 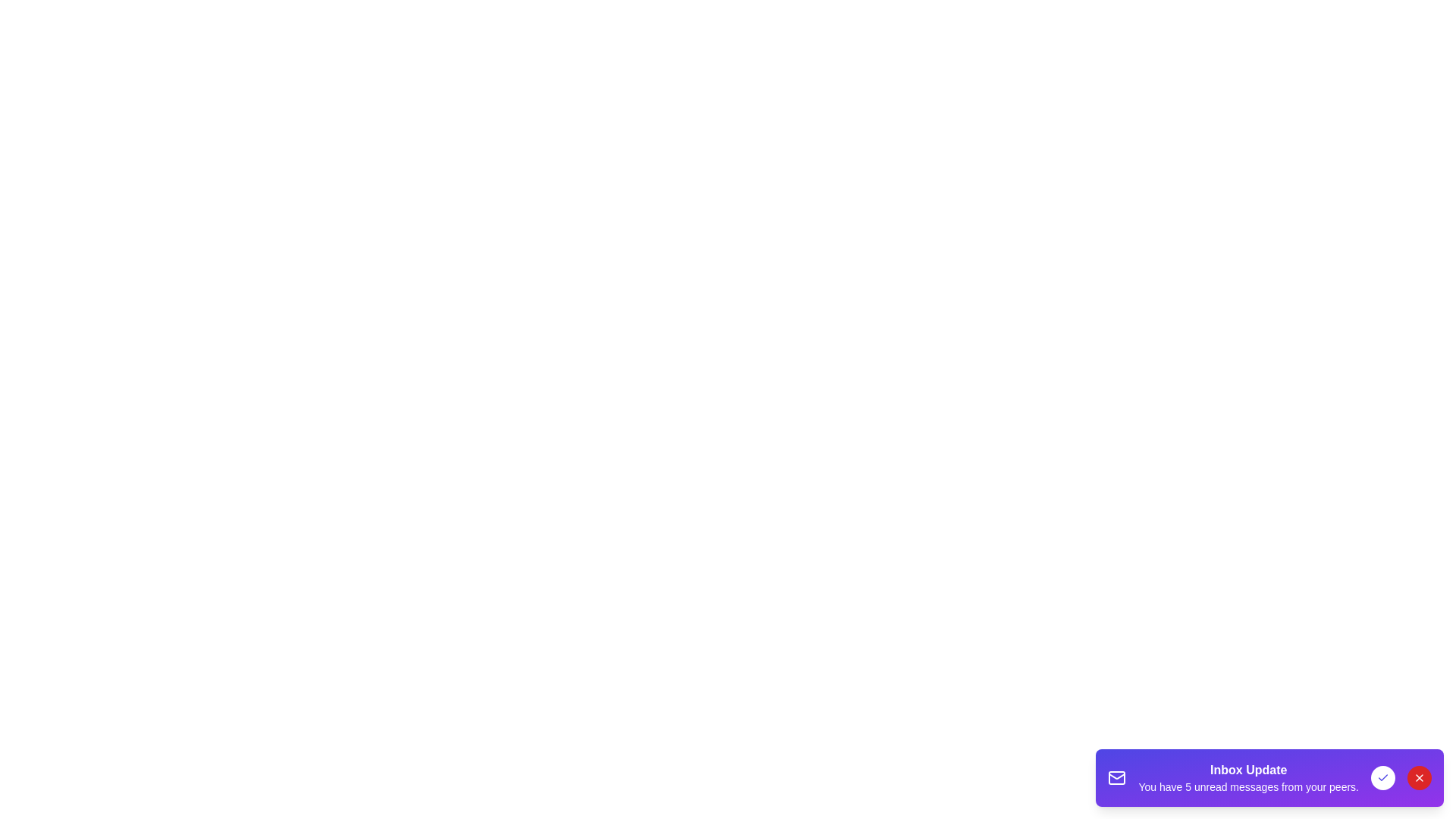 What do you see at coordinates (1383, 778) in the screenshot?
I see `'Mark as Read' button to mark the notification as read` at bounding box center [1383, 778].